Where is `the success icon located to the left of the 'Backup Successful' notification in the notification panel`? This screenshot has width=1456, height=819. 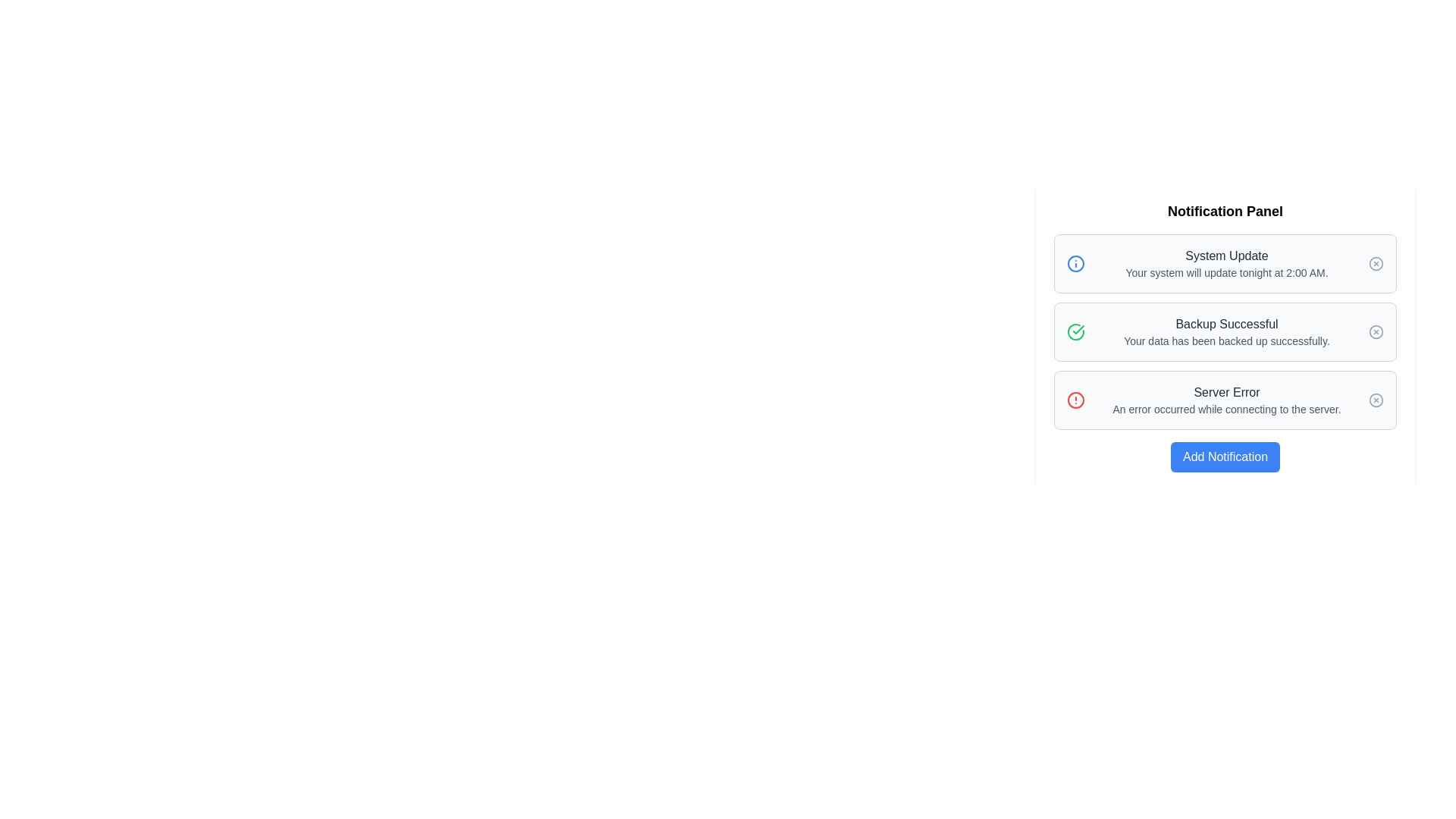
the success icon located to the left of the 'Backup Successful' notification in the notification panel is located at coordinates (1075, 331).